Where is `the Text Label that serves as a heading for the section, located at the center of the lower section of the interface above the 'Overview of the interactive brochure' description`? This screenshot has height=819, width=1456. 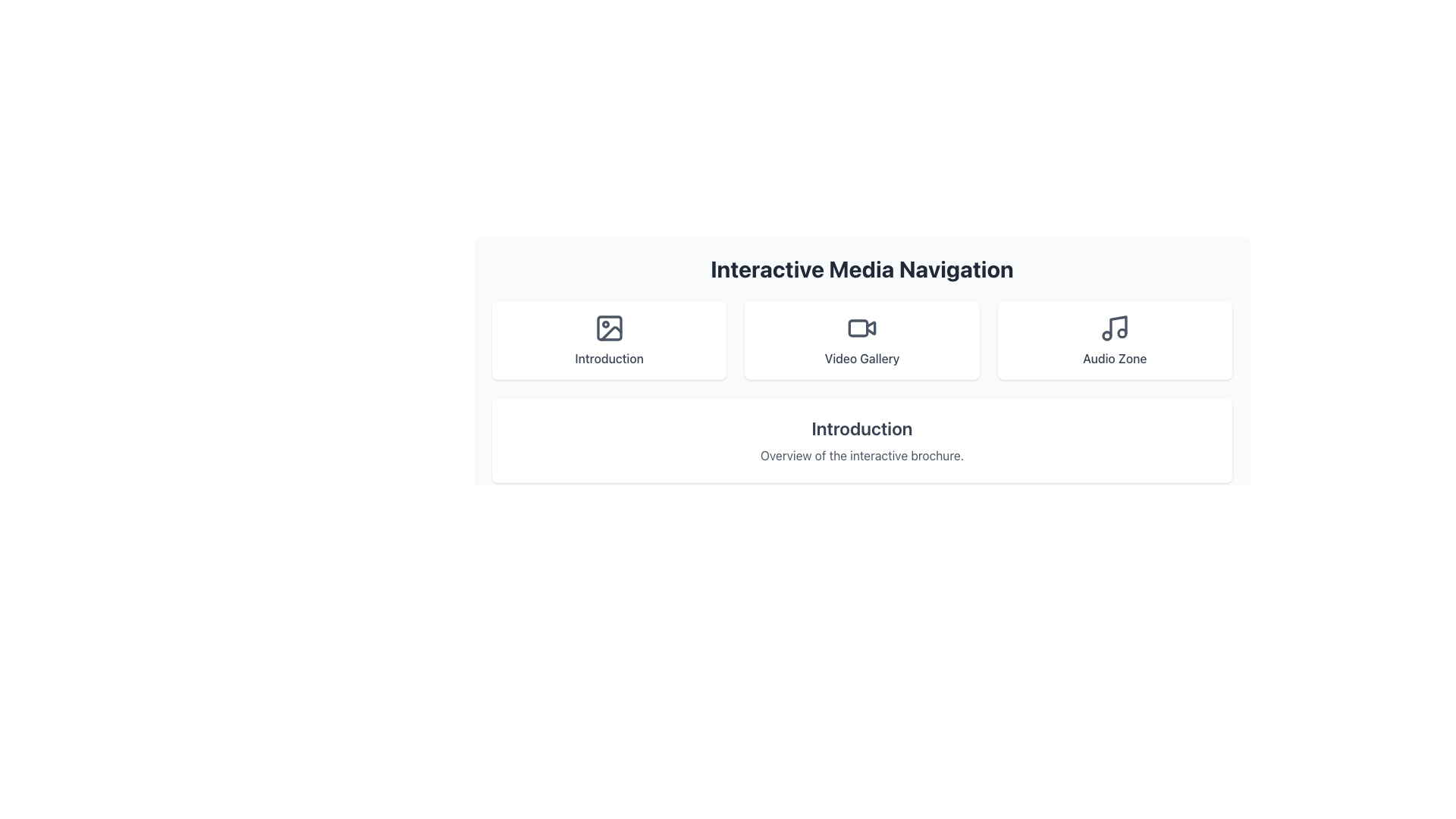
the Text Label that serves as a heading for the section, located at the center of the lower section of the interface above the 'Overview of the interactive brochure' description is located at coordinates (862, 428).